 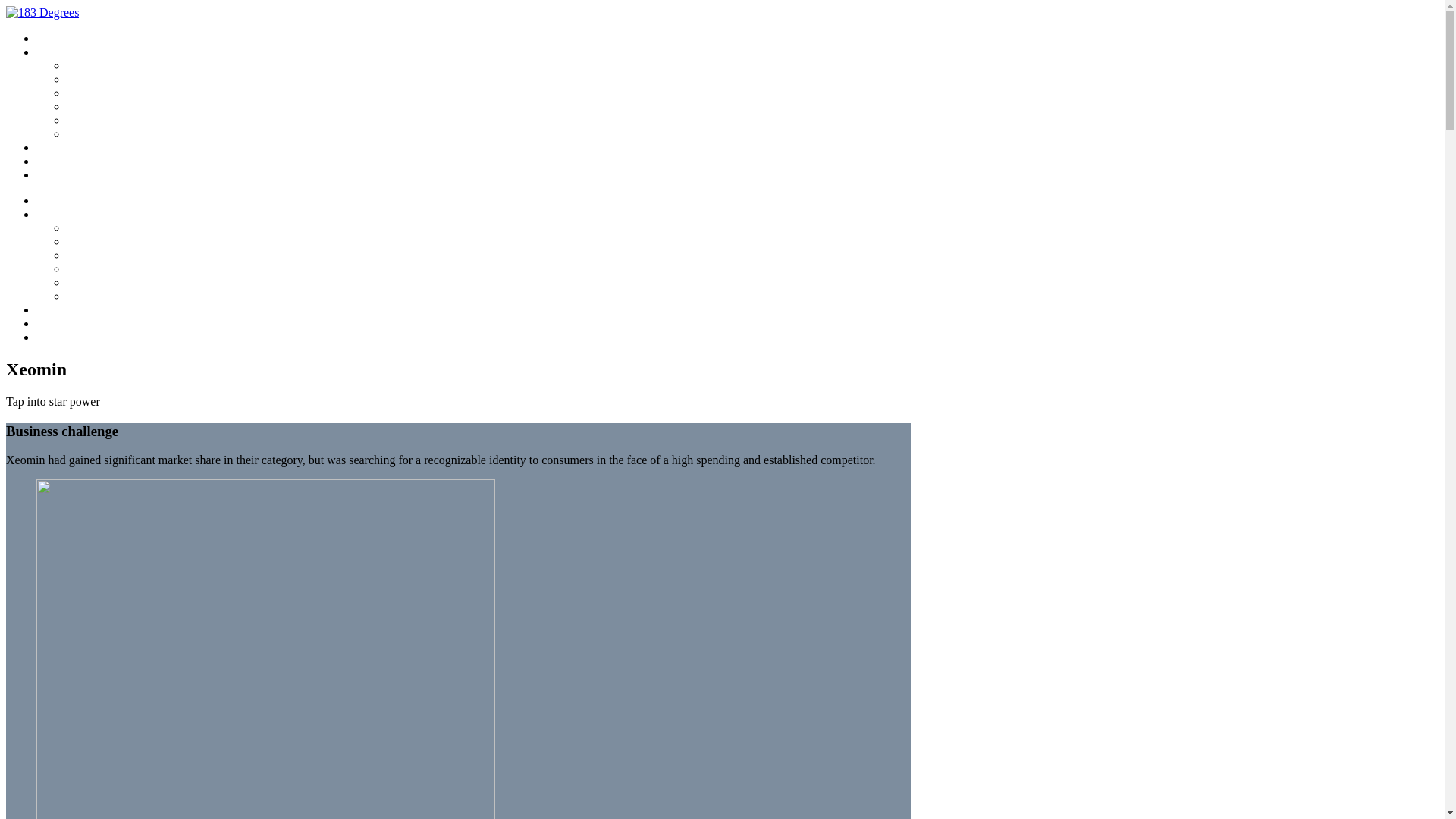 What do you see at coordinates (103, 93) in the screenshot?
I see `'Clear + Brilliant'` at bounding box center [103, 93].